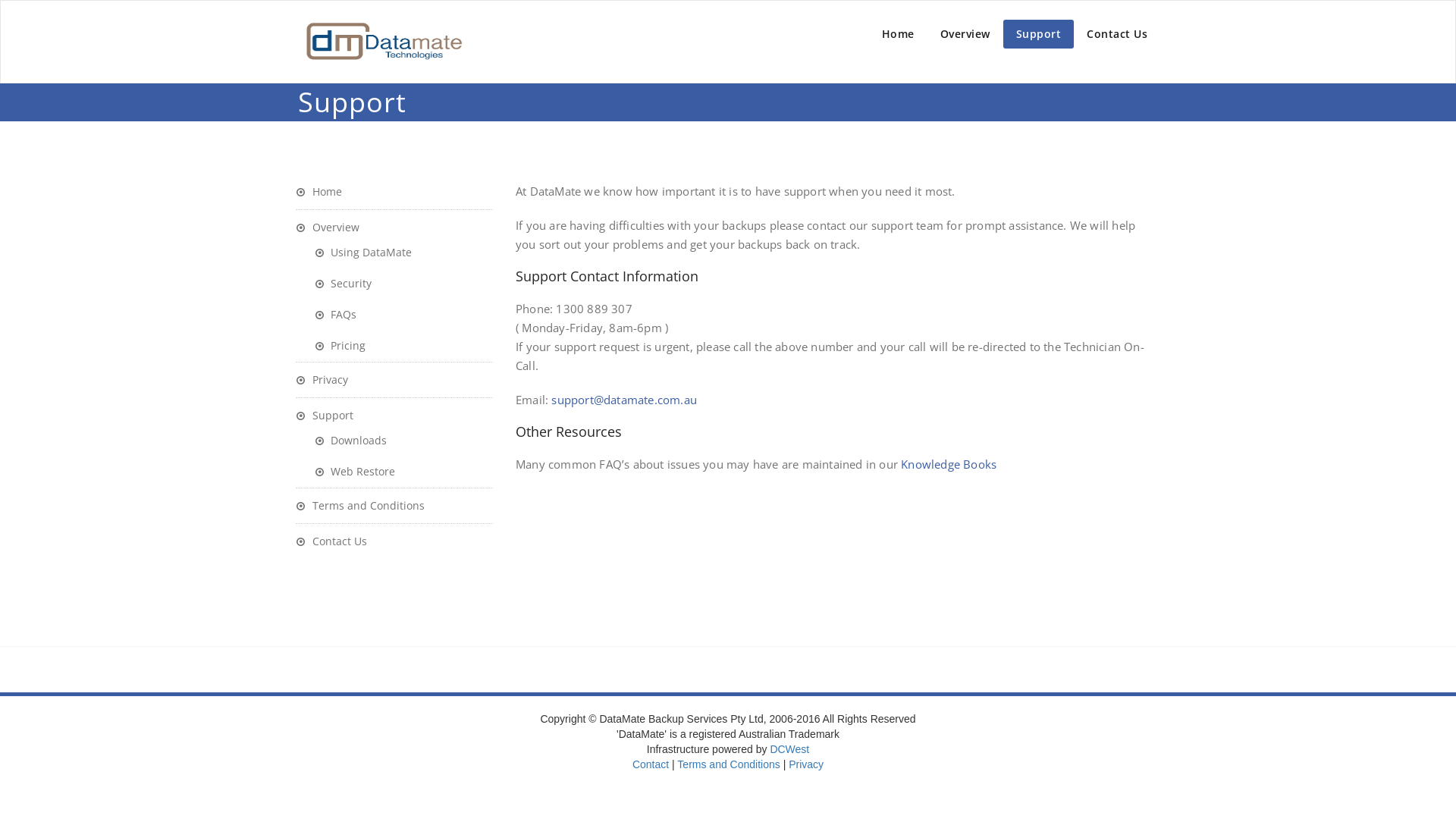 This screenshot has height=819, width=1456. Describe the element at coordinates (550, 399) in the screenshot. I see `'support@datamate.com.au'` at that location.